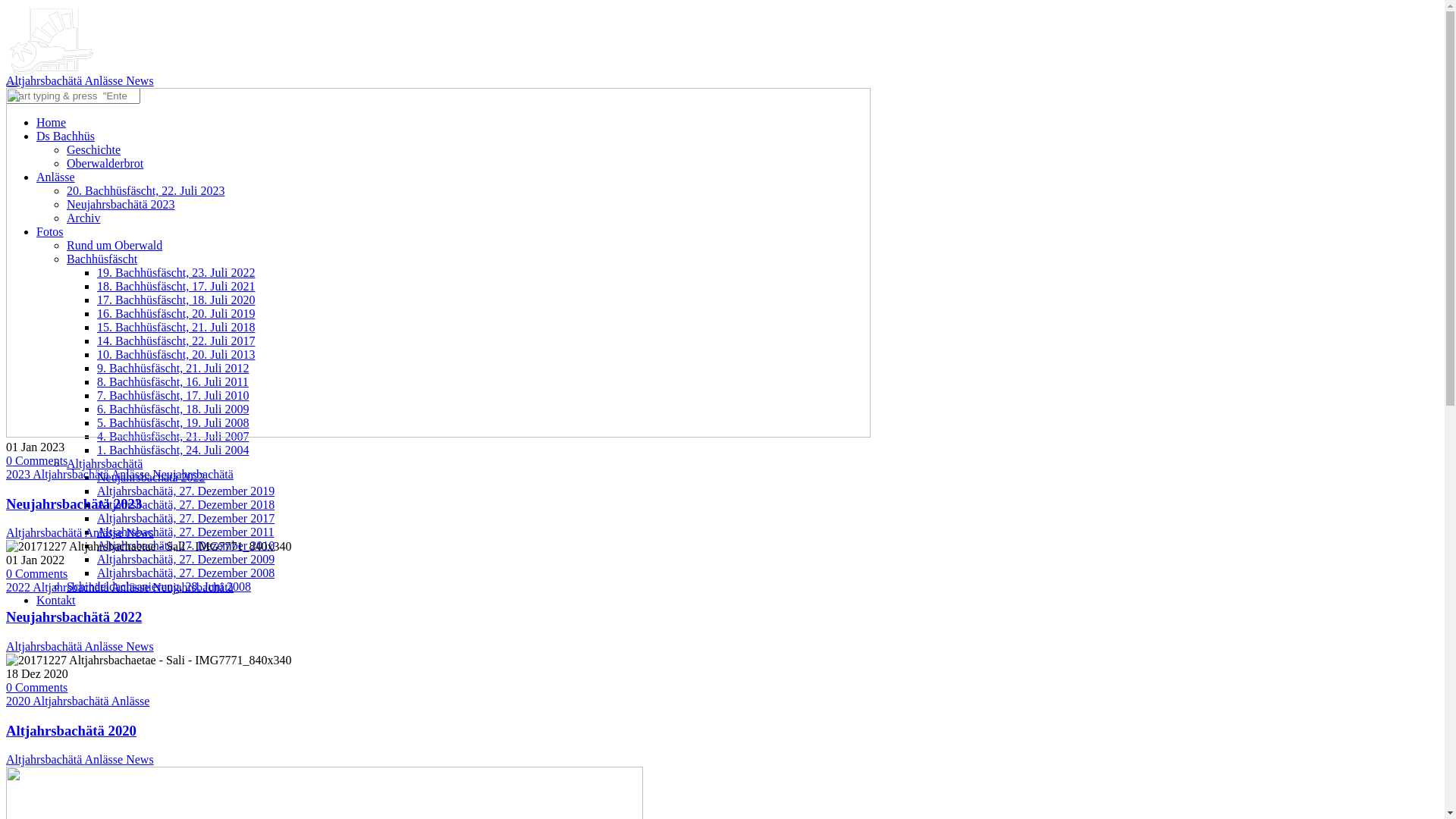 This screenshot has height=819, width=1456. What do you see at coordinates (36, 573) in the screenshot?
I see `'0 Comments'` at bounding box center [36, 573].